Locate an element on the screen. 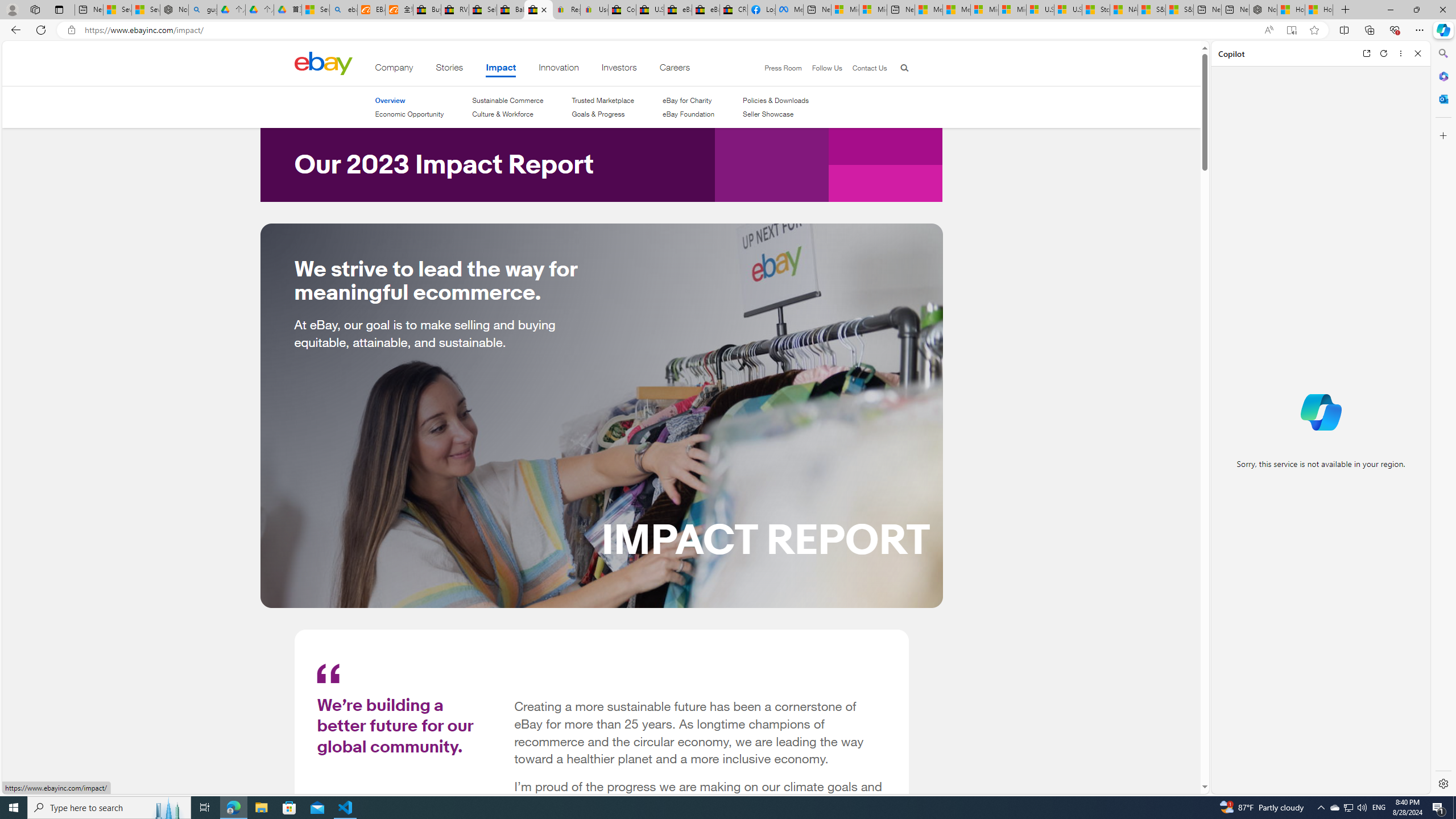 The image size is (1456, 819). 'eBay for Charity' is located at coordinates (688, 100).